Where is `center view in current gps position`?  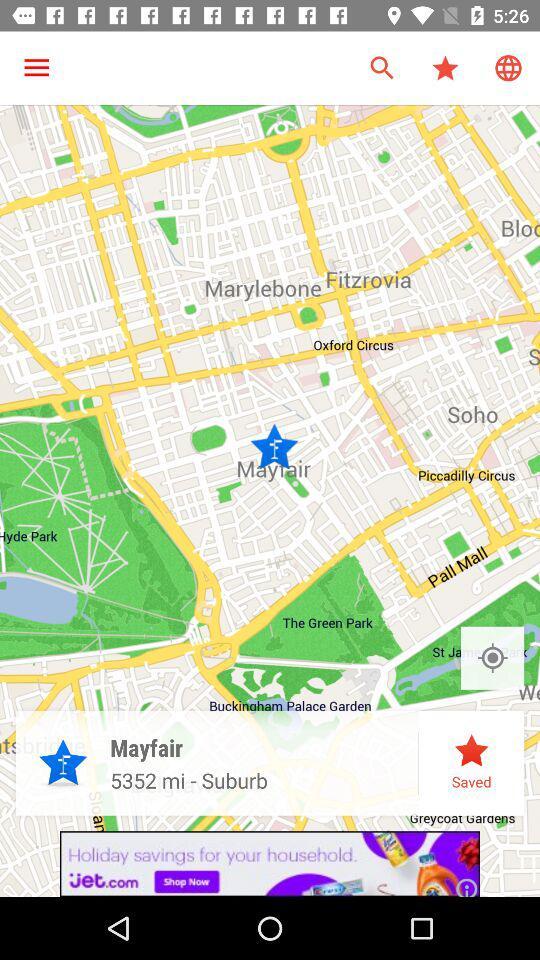
center view in current gps position is located at coordinates (491, 657).